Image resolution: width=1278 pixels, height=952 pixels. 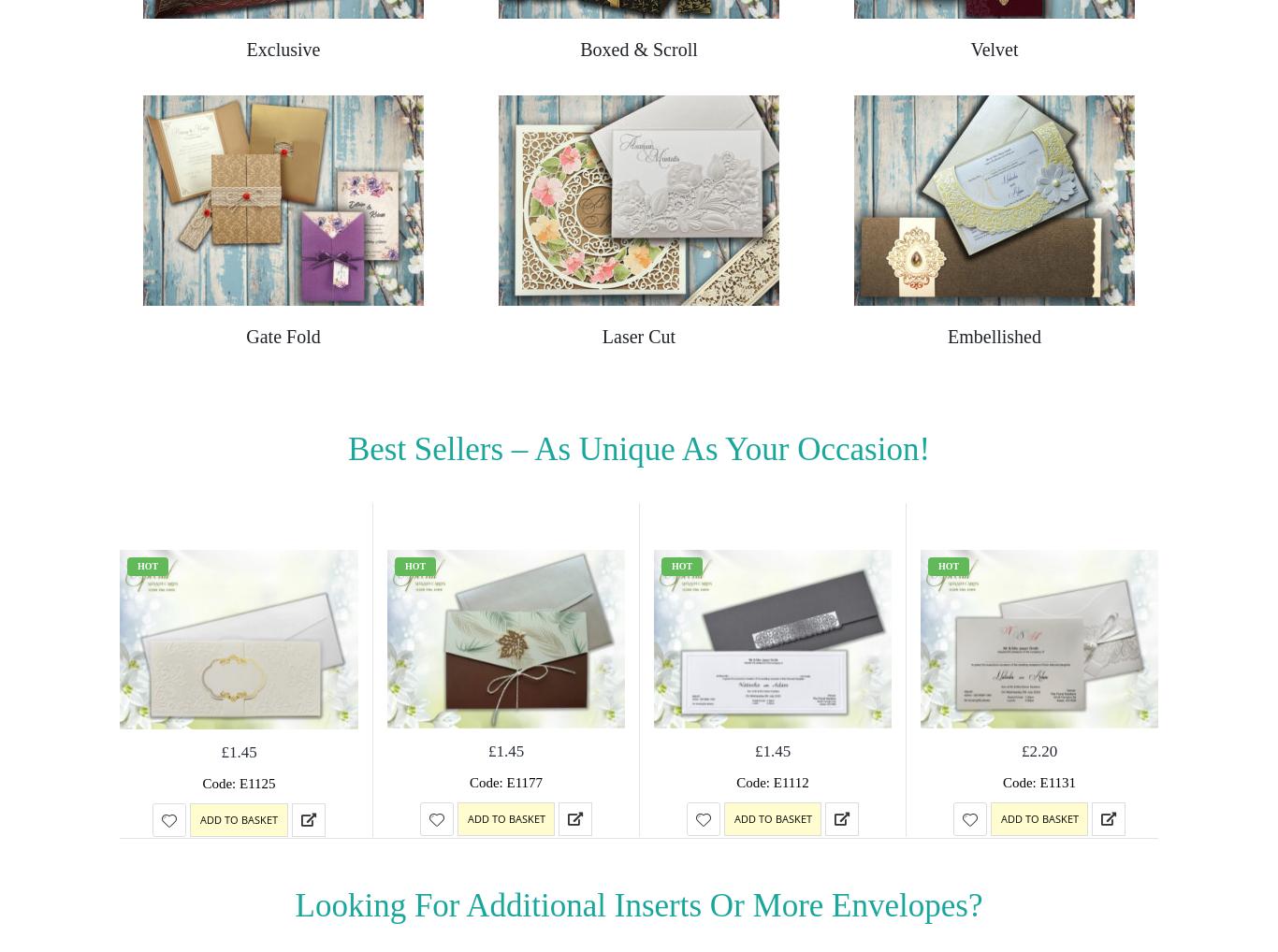 I want to click on 'Code: E1177', so click(x=505, y=780).